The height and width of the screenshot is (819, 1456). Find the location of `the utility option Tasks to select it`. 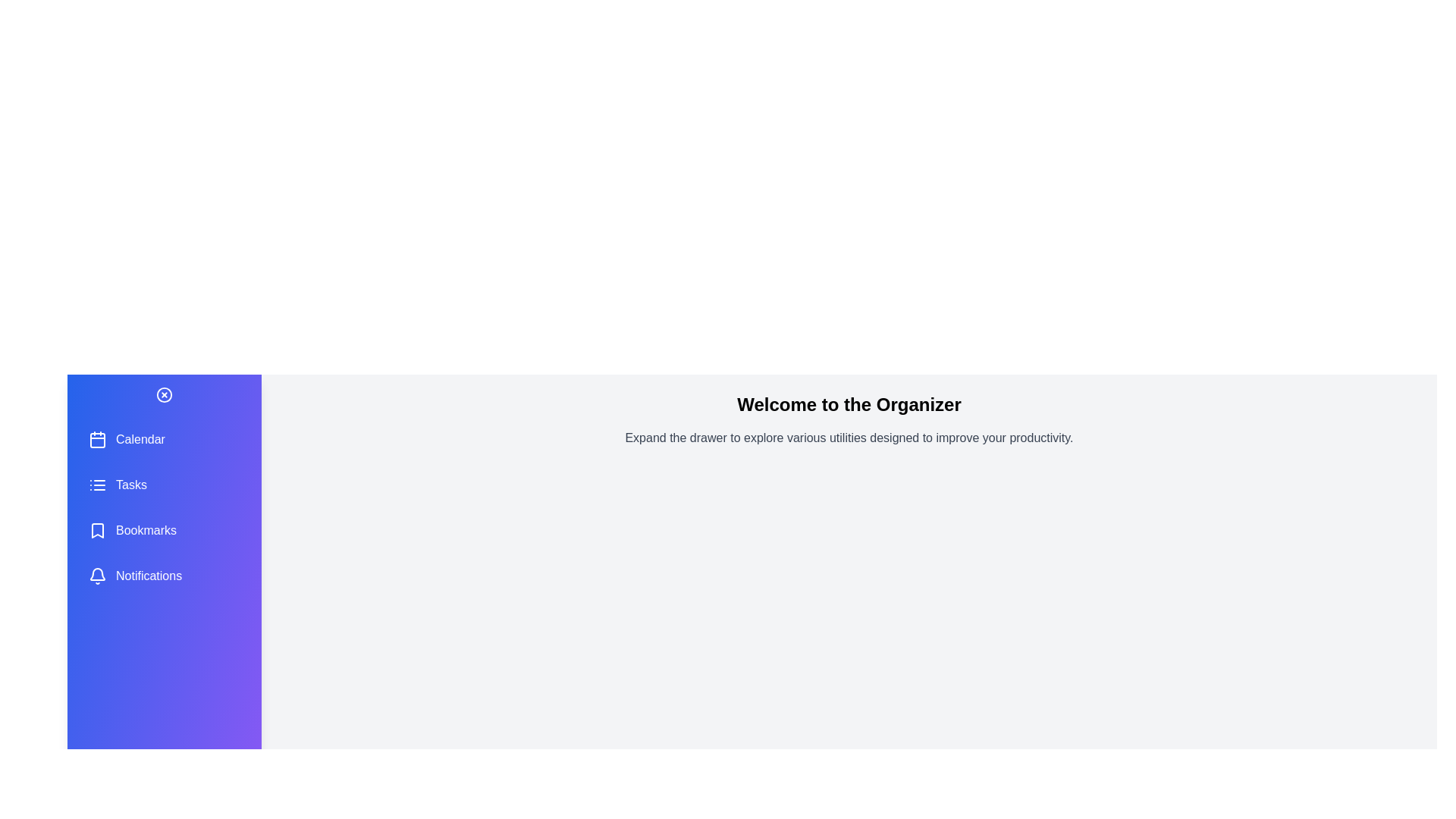

the utility option Tasks to select it is located at coordinates (164, 485).